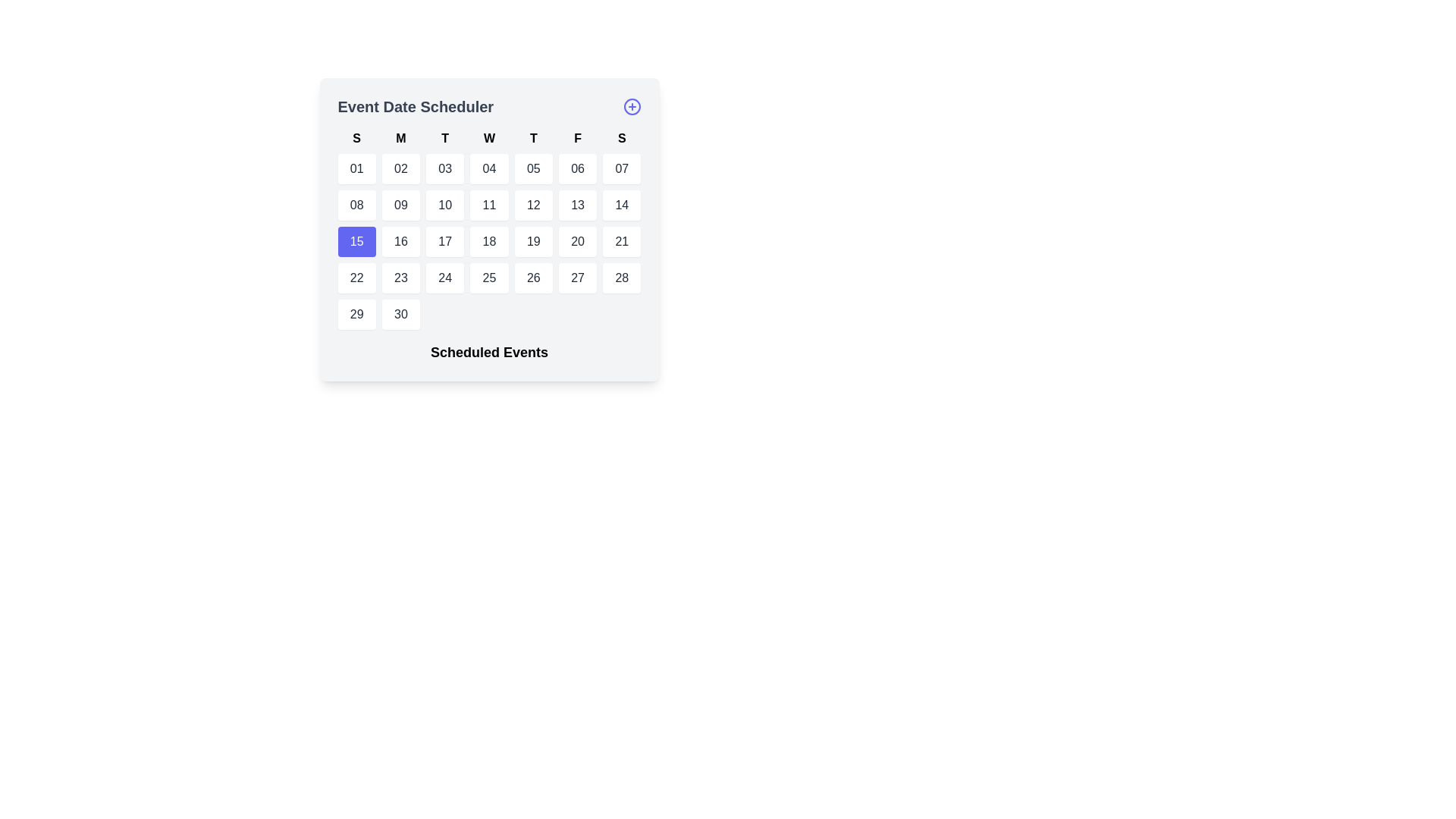 Image resolution: width=1456 pixels, height=819 pixels. What do you see at coordinates (356, 278) in the screenshot?
I see `the button representing the specific date in the Event Date Scheduler grid, located in the sixth row and first column` at bounding box center [356, 278].